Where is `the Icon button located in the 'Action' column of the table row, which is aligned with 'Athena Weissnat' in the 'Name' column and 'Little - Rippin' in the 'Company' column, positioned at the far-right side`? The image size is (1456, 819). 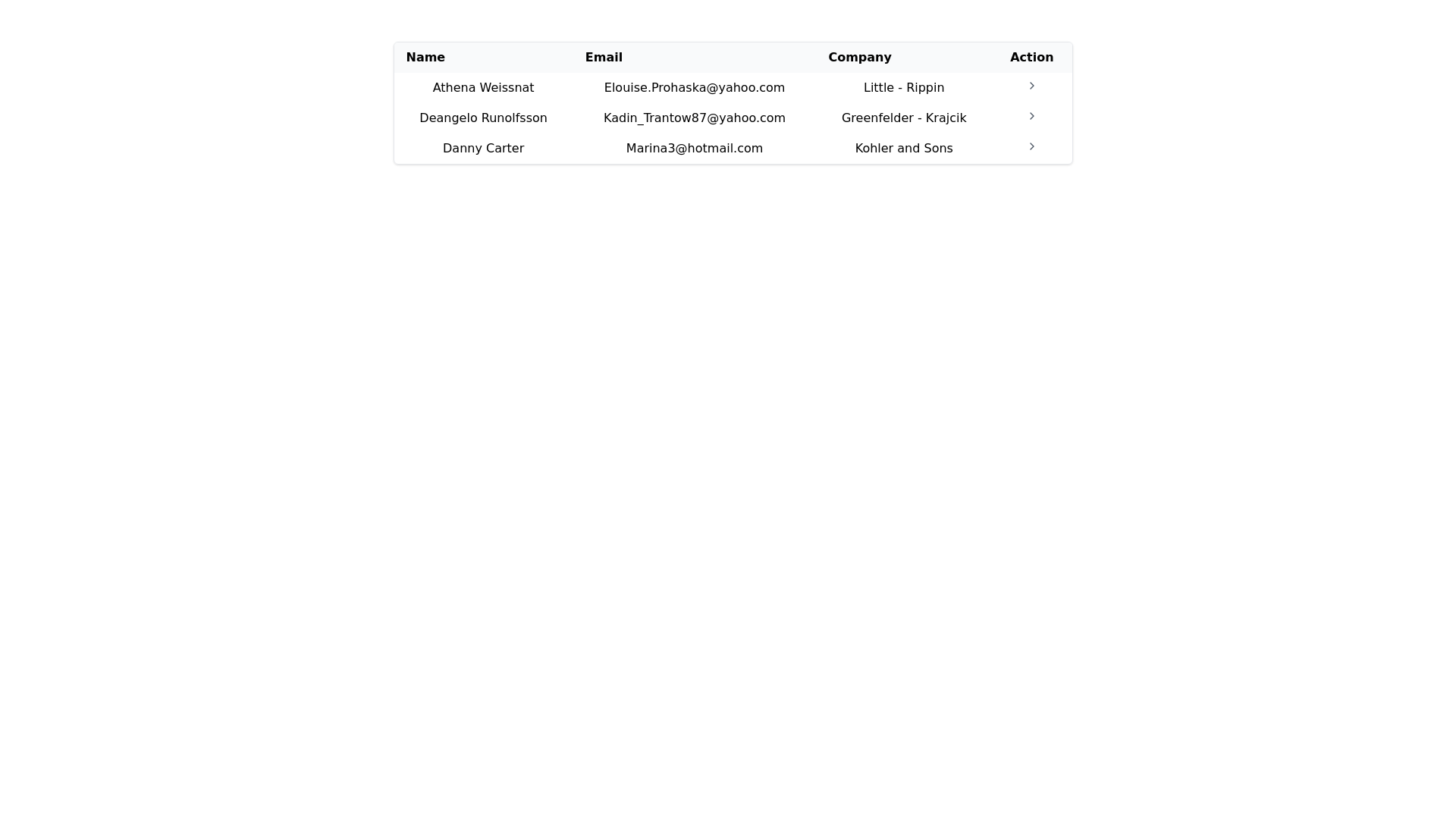 the Icon button located in the 'Action' column of the table row, which is aligned with 'Athena Weissnat' in the 'Name' column and 'Little - Rippin' in the 'Company' column, positioned at the far-right side is located at coordinates (1031, 87).